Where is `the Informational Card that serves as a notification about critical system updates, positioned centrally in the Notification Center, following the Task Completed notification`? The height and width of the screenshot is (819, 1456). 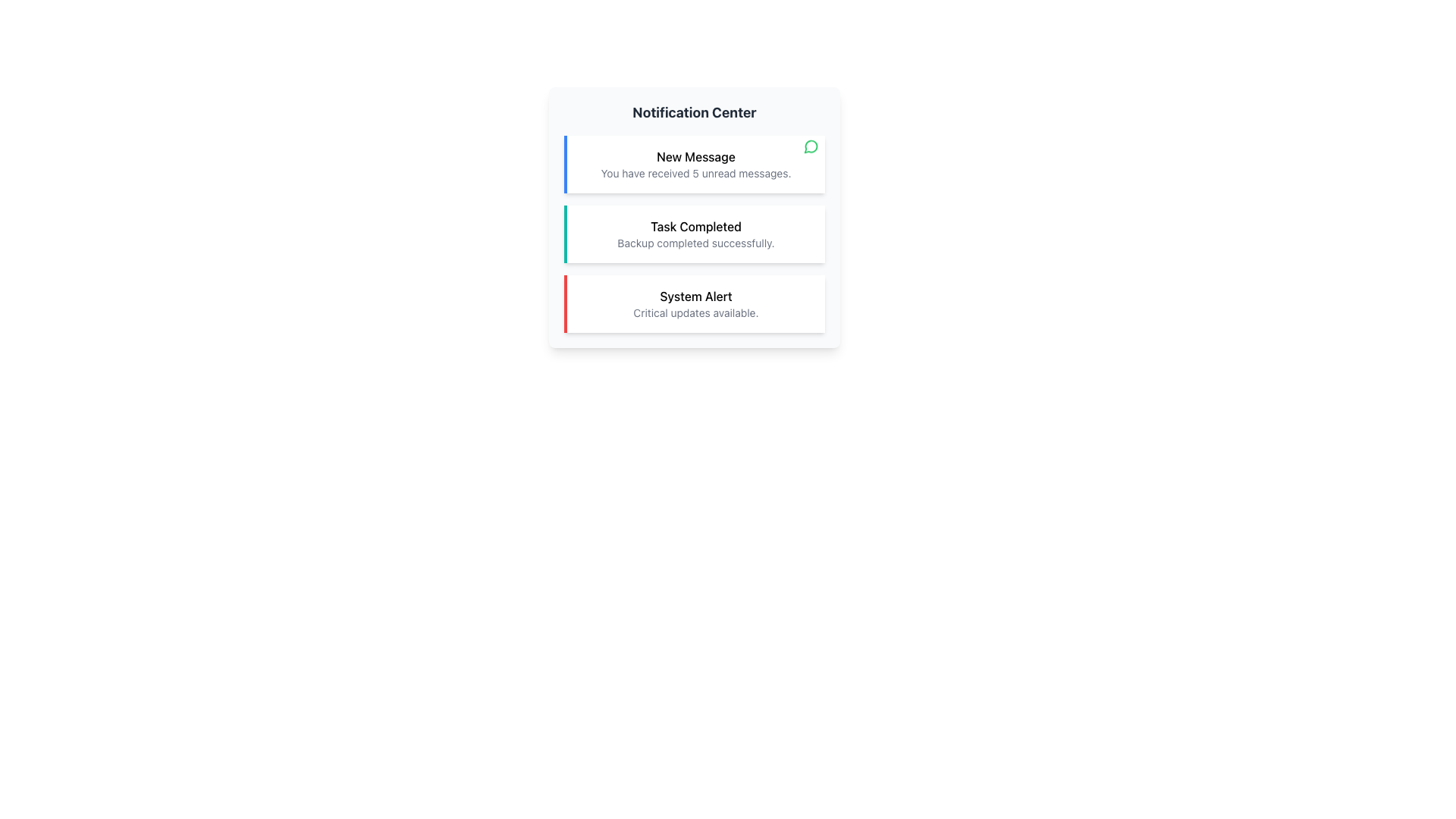
the Informational Card that serves as a notification about critical system updates, positioned centrally in the Notification Center, following the Task Completed notification is located at coordinates (694, 304).